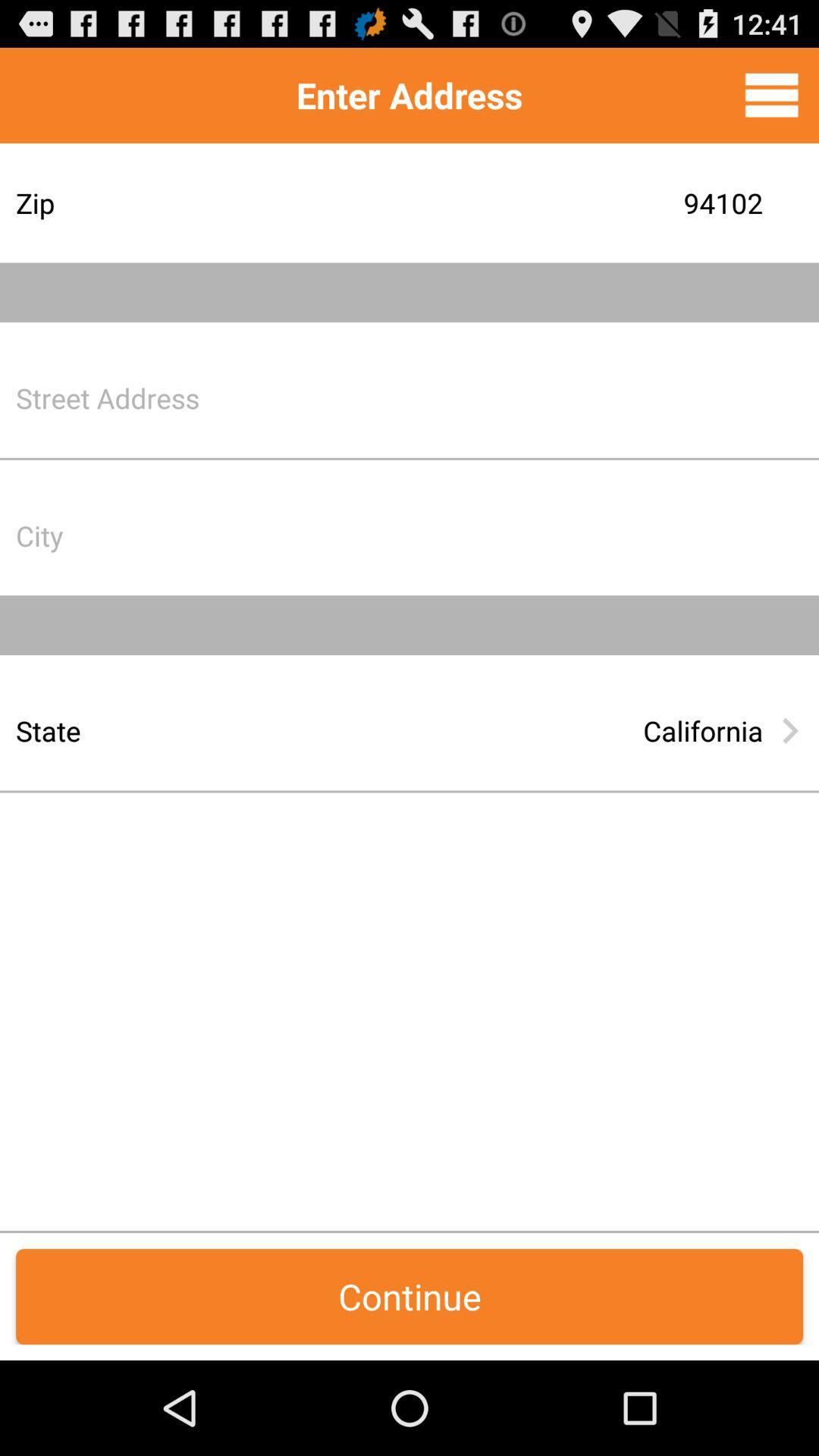  What do you see at coordinates (771, 94) in the screenshot?
I see `icon to the right of enter address item` at bounding box center [771, 94].